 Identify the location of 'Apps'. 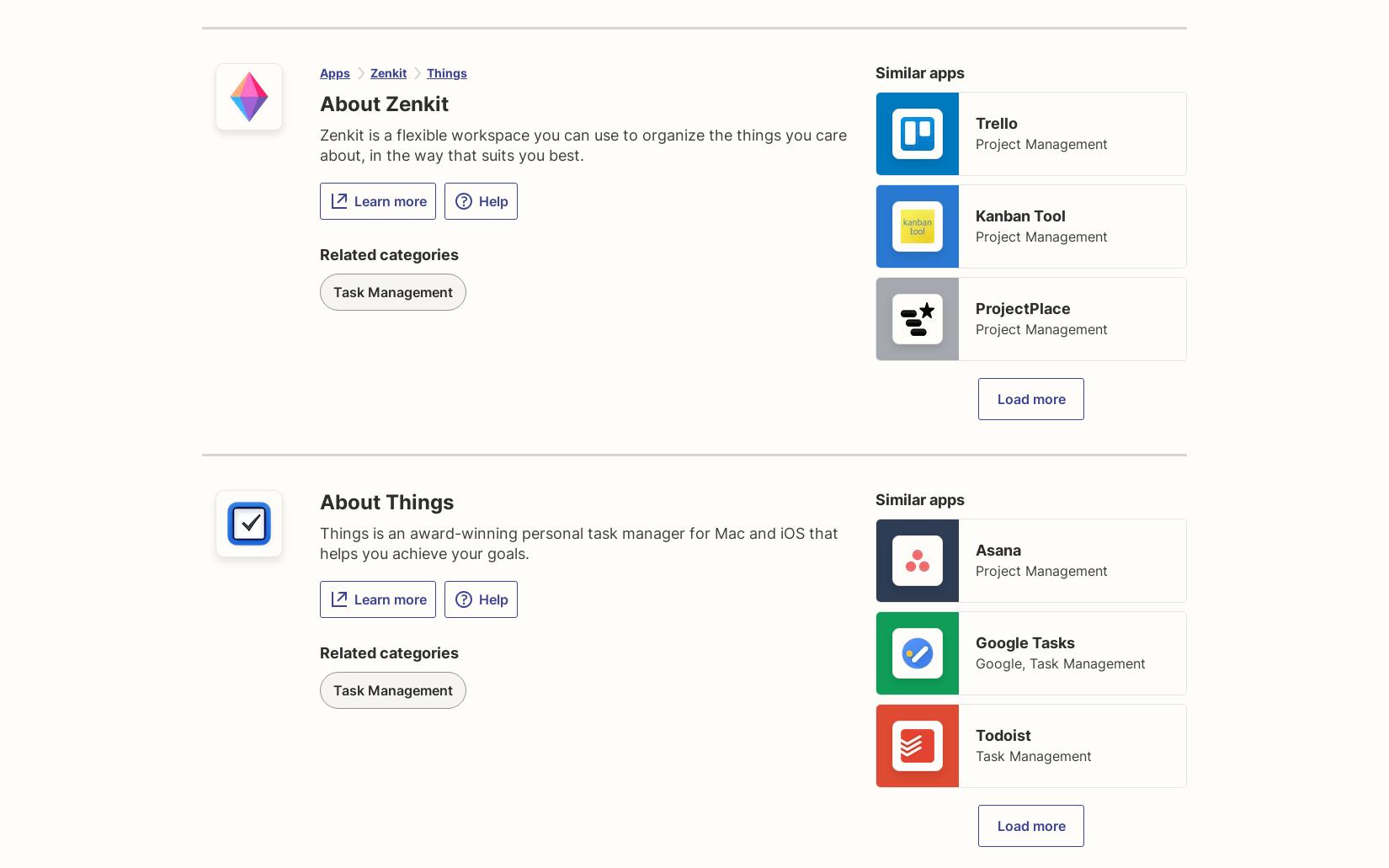
(334, 72).